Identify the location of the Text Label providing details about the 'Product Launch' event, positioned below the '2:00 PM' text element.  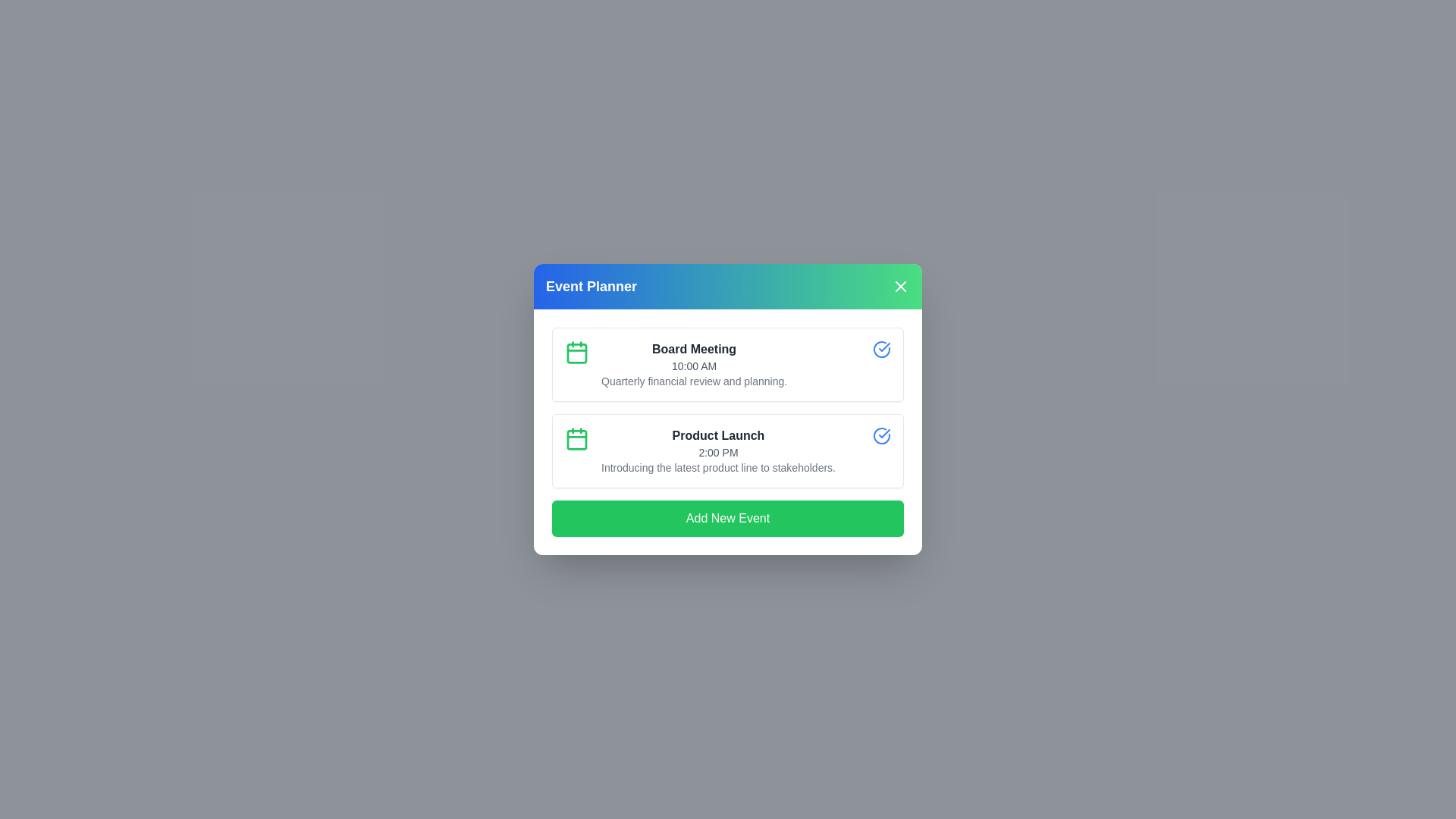
(717, 467).